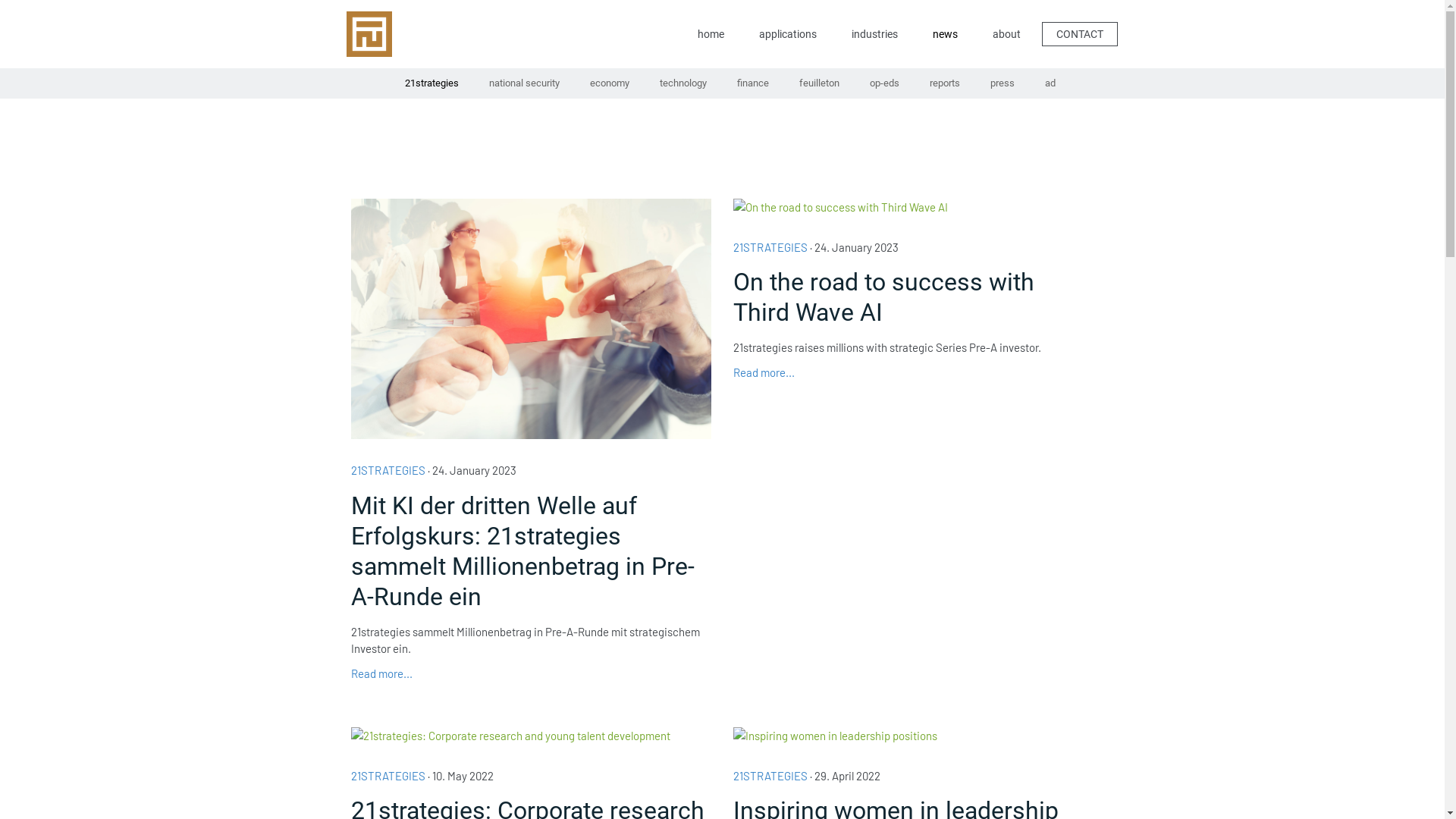 The height and width of the screenshot is (819, 1456). What do you see at coordinates (918, 34) in the screenshot?
I see `'news'` at bounding box center [918, 34].